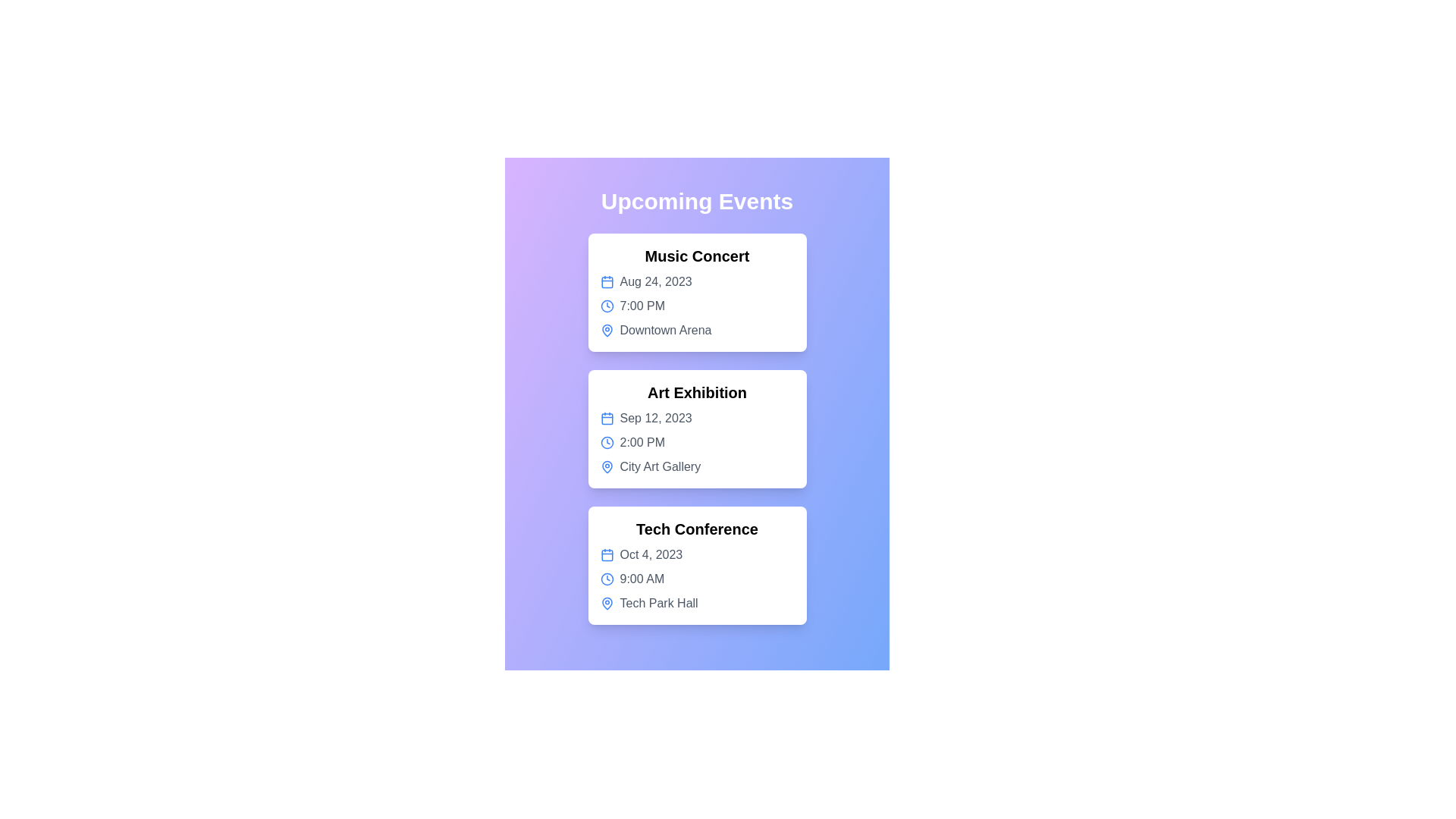 This screenshot has height=819, width=1456. Describe the element at coordinates (607, 466) in the screenshot. I see `the blue outline map pin icon adjacent to 'Downtown Arena'` at that location.